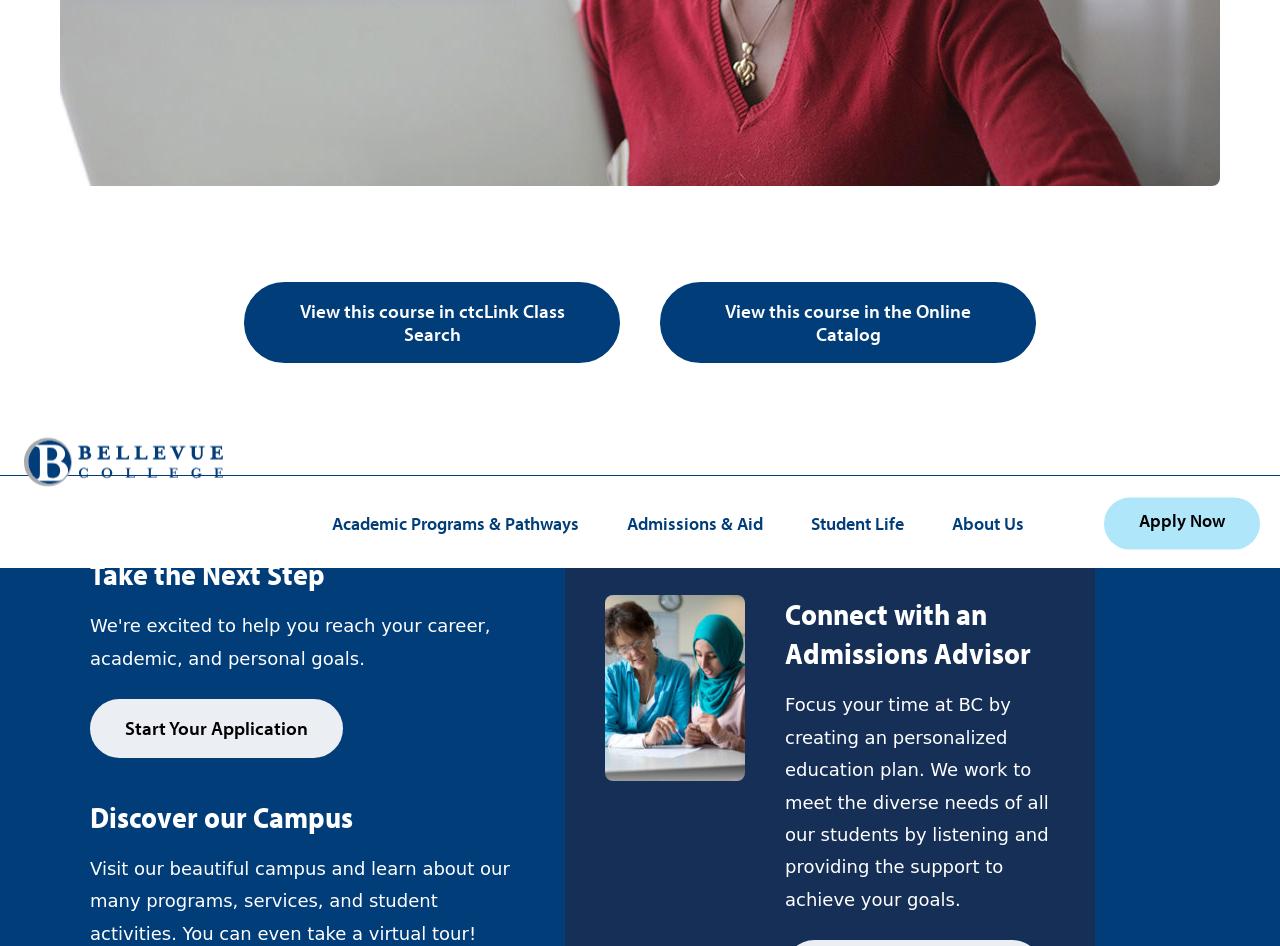 Image resolution: width=1280 pixels, height=946 pixels. What do you see at coordinates (297, 344) in the screenshot?
I see `'© 2023 Bellevue College. All Rights Reserved.'` at bounding box center [297, 344].